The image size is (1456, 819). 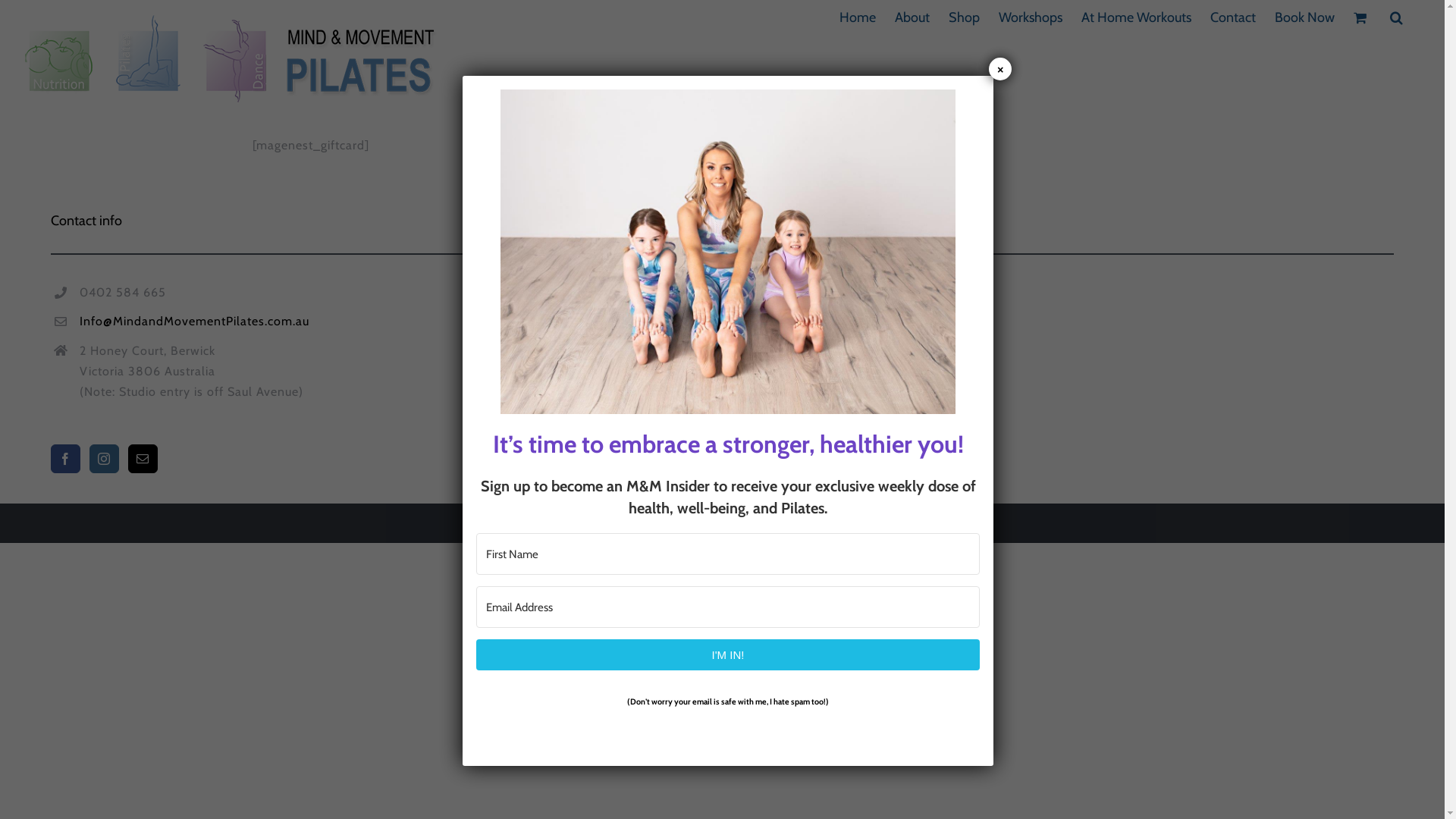 I want to click on 'Workshops', so click(x=1030, y=17).